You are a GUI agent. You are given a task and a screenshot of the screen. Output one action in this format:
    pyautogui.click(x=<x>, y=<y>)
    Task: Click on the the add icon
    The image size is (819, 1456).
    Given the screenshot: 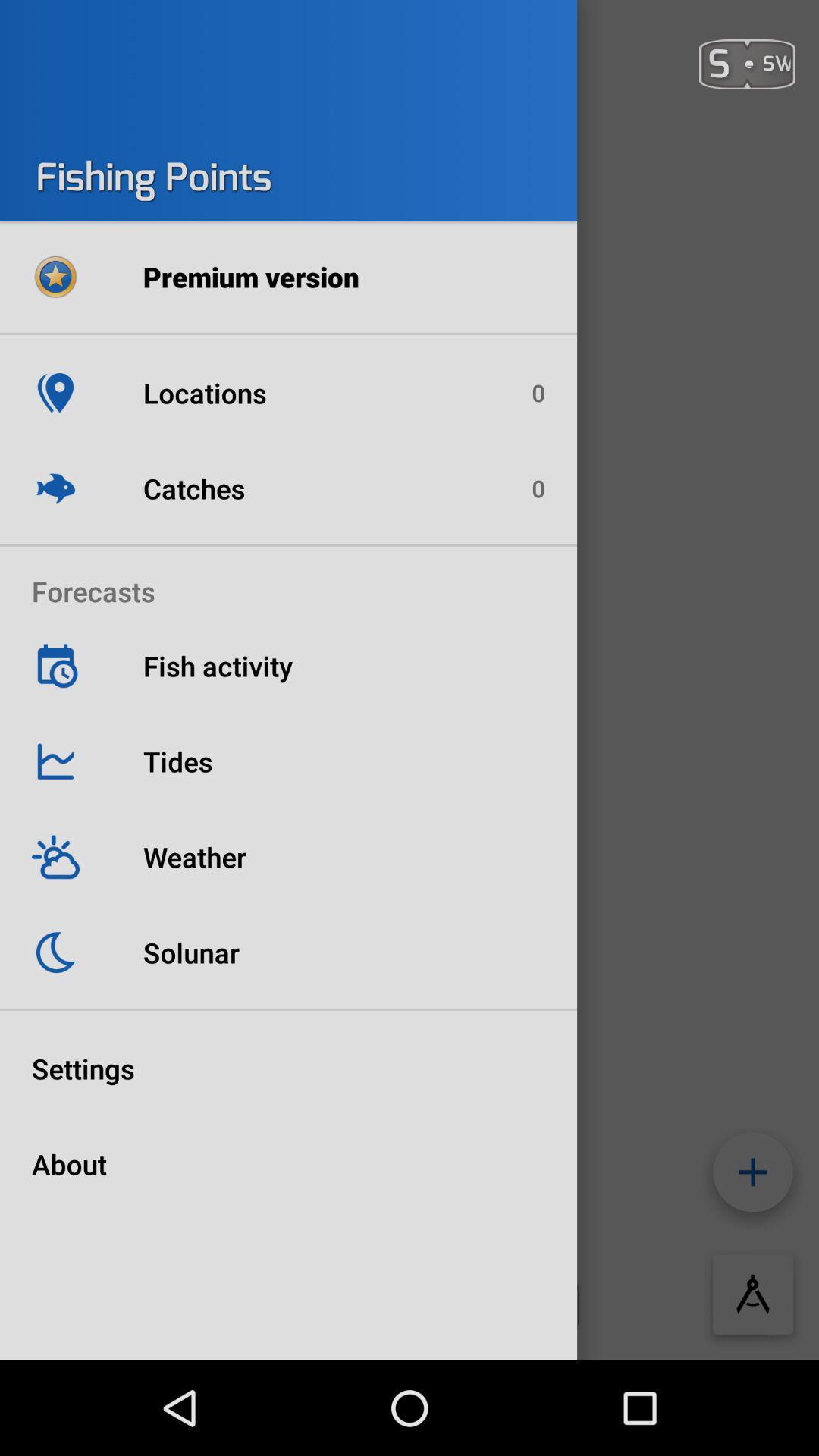 What is the action you would take?
    pyautogui.click(x=752, y=1171)
    